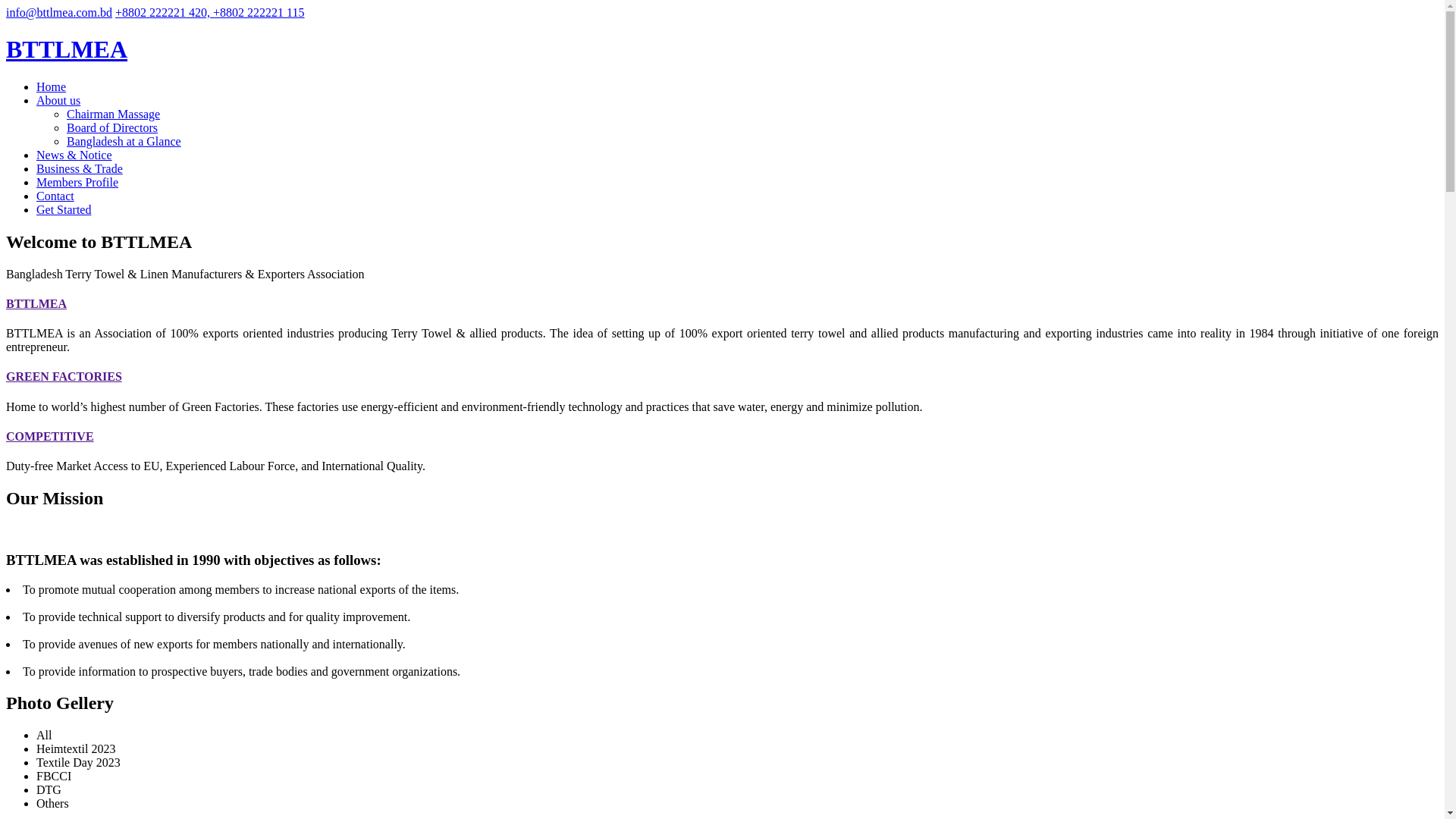 The image size is (1456, 819). Describe the element at coordinates (36, 195) in the screenshot. I see `'Contact'` at that location.